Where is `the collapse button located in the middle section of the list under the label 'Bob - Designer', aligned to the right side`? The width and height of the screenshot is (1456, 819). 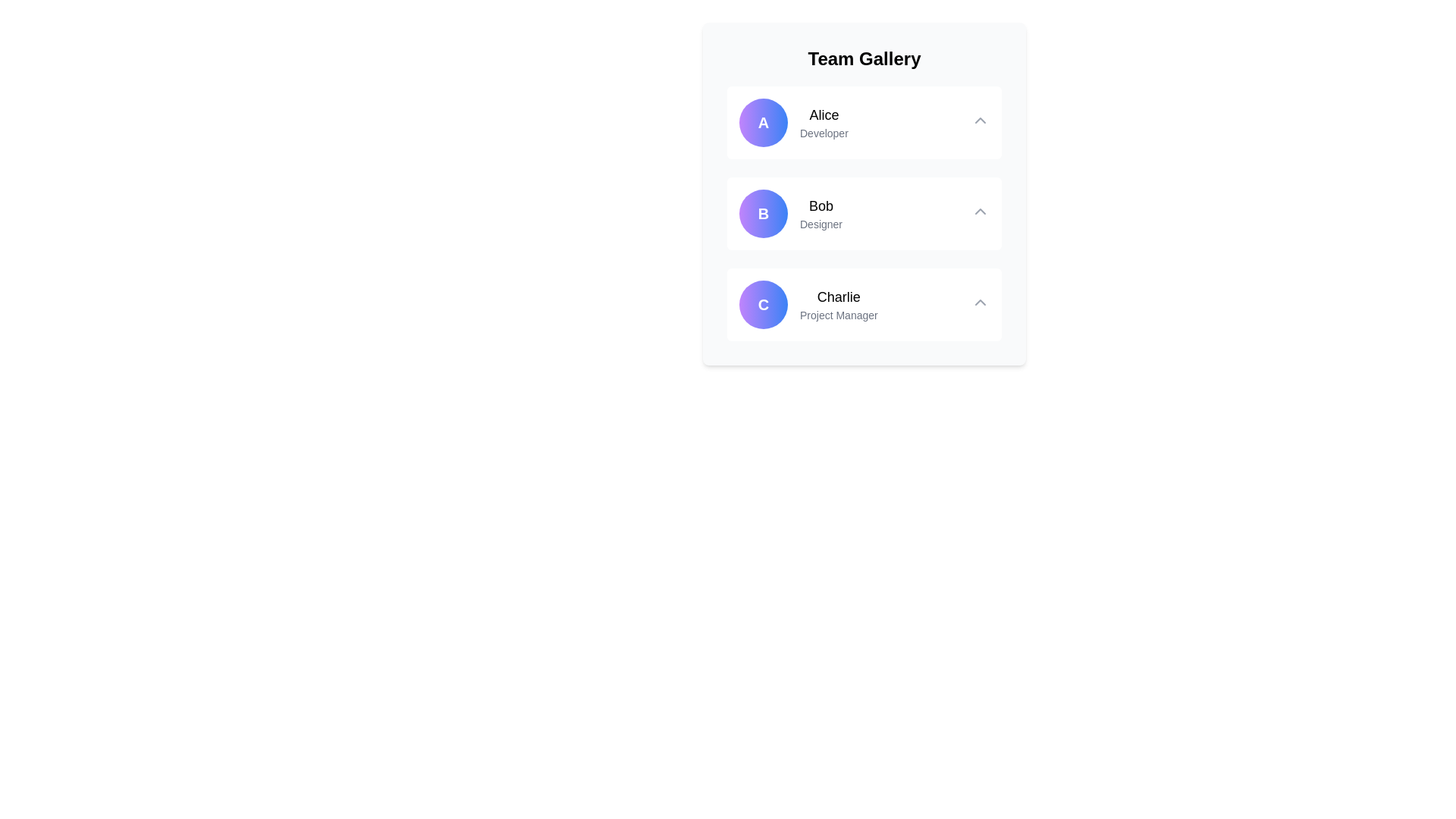
the collapse button located in the middle section of the list under the label 'Bob - Designer', aligned to the right side is located at coordinates (980, 211).